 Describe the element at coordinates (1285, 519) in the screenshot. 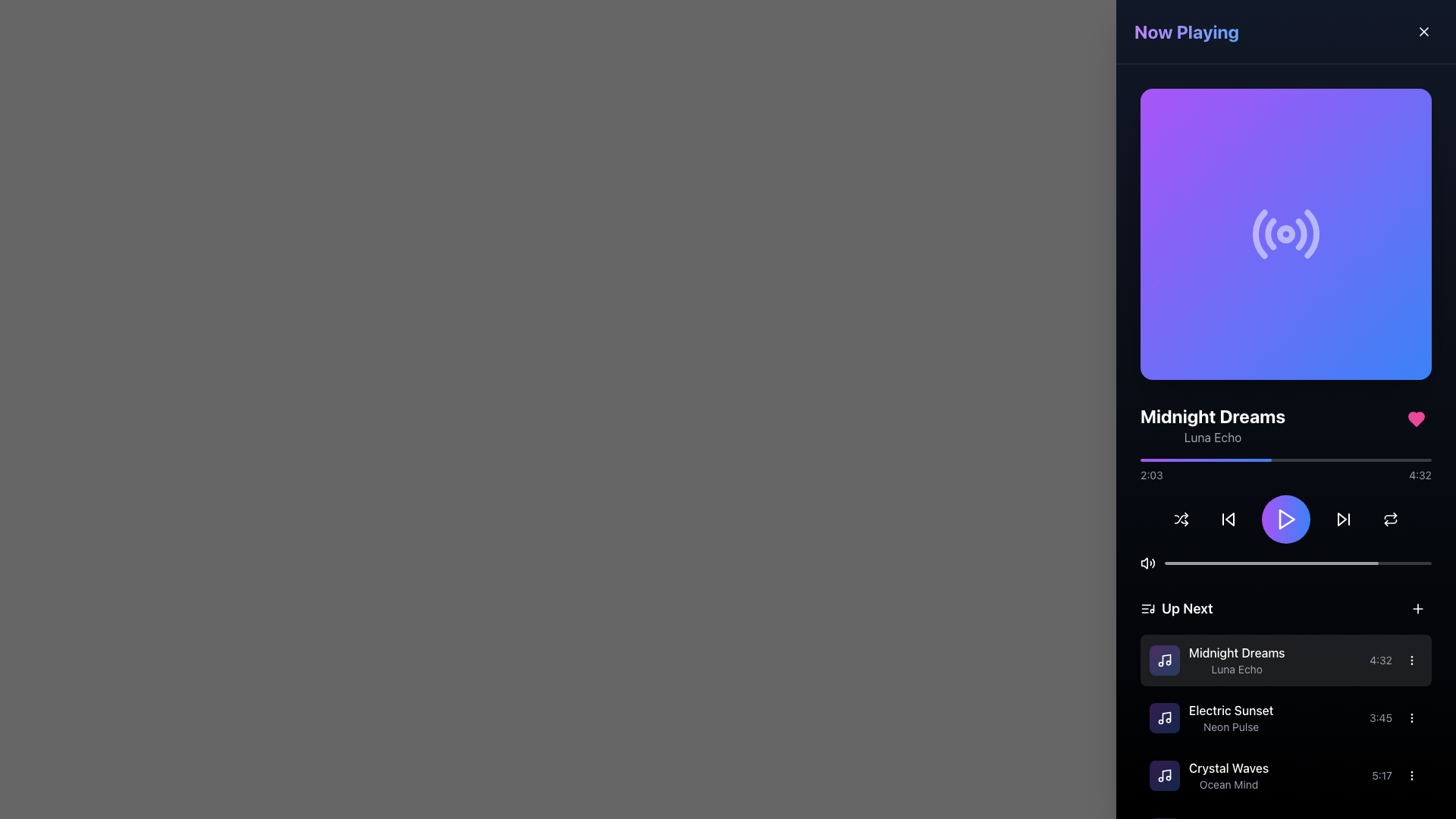

I see `the circular play button with a gradient fill and a white play icon in its center` at that location.